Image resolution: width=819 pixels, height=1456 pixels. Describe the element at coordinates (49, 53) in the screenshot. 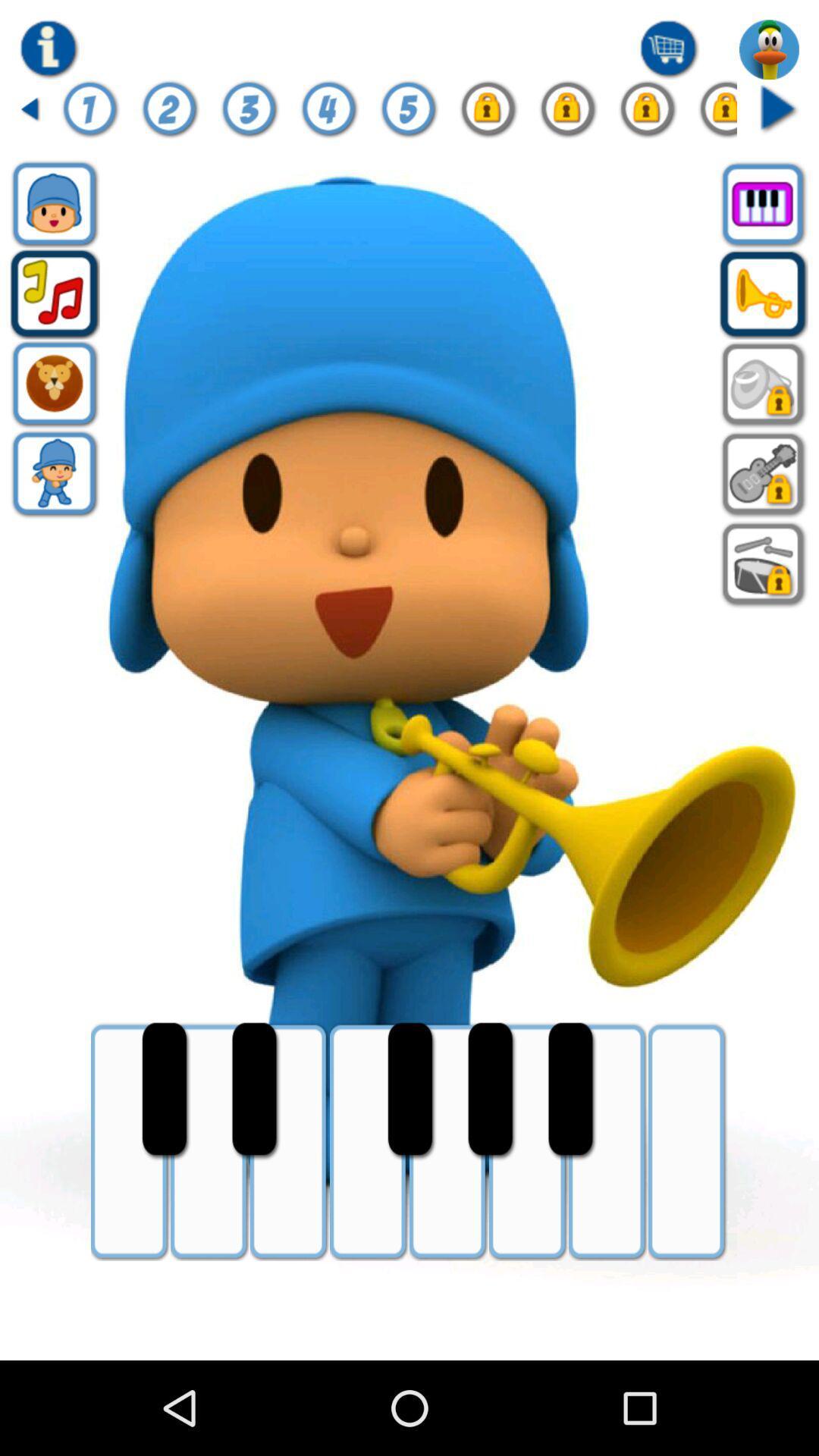

I see `the info icon` at that location.